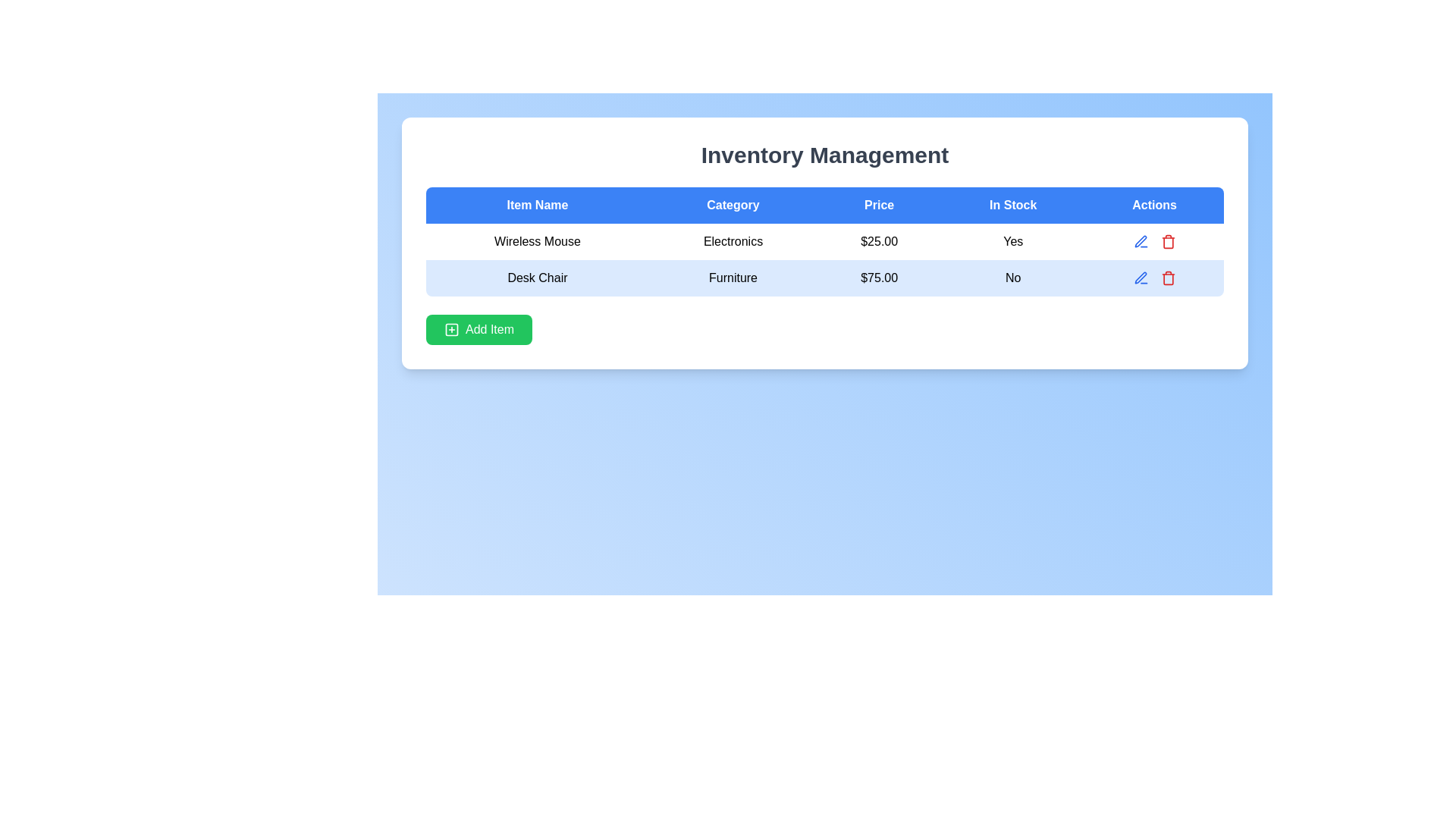 The height and width of the screenshot is (819, 1456). Describe the element at coordinates (450, 329) in the screenshot. I see `the green square icon with a plus sign located to the left of the text 'Add Item' within the button` at that location.